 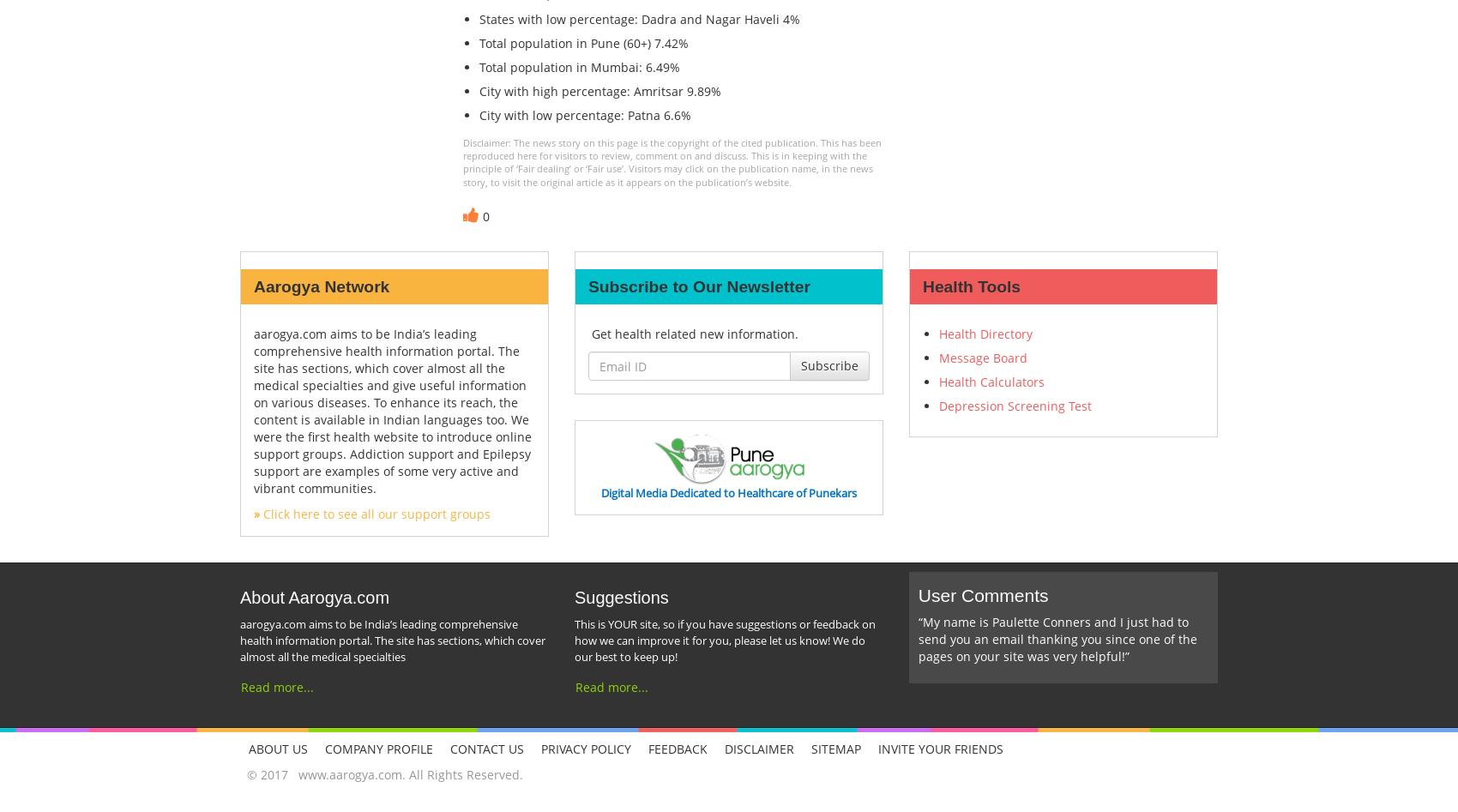 What do you see at coordinates (392, 639) in the screenshot?
I see `'aarogya.com aims to be India’s leading  comprehensive health information portal. The site has sections, which cover almost all the medical specialties'` at bounding box center [392, 639].